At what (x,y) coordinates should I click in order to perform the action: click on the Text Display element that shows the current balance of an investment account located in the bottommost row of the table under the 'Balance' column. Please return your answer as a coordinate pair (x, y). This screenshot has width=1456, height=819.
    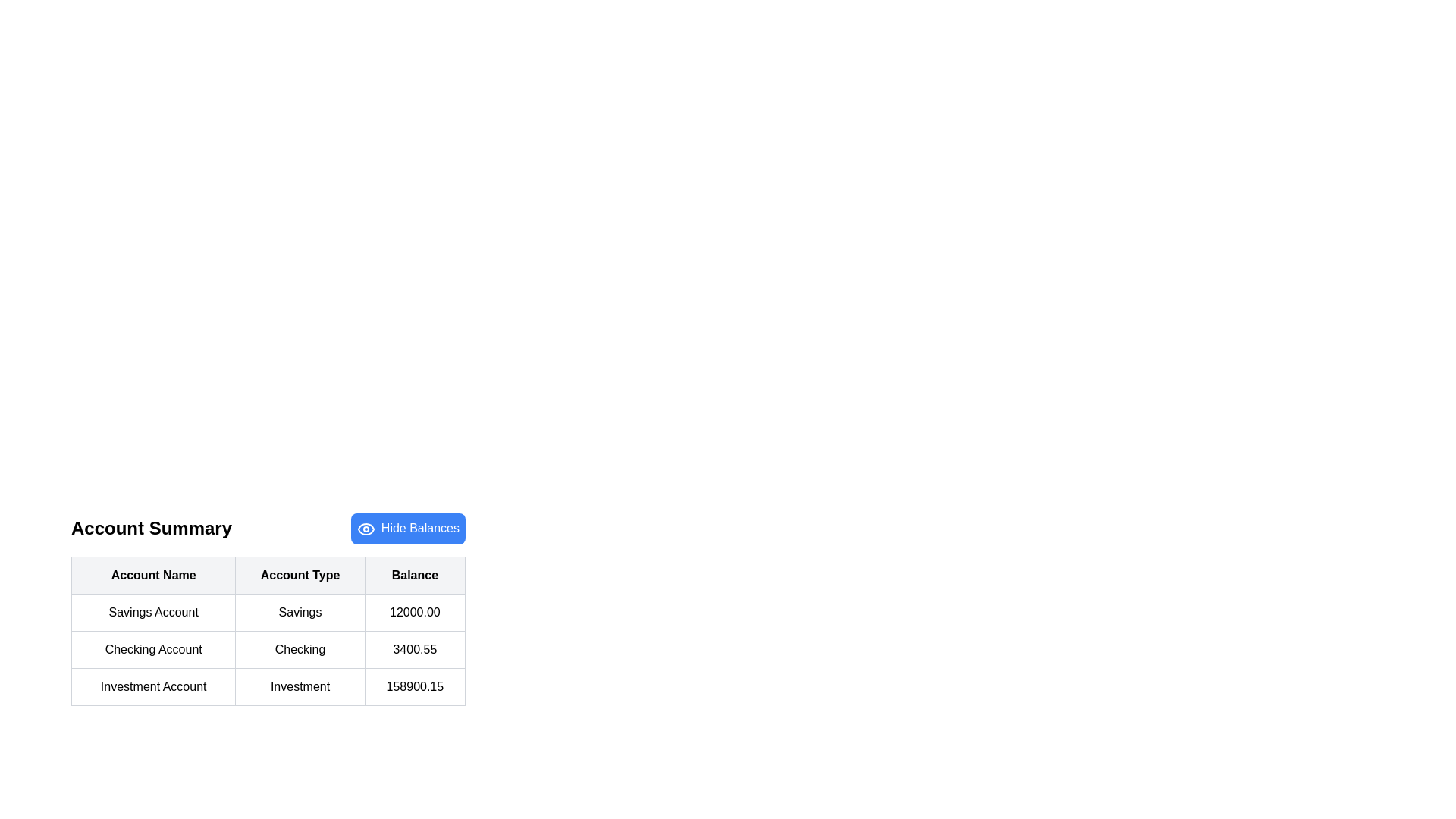
    Looking at the image, I should click on (415, 686).